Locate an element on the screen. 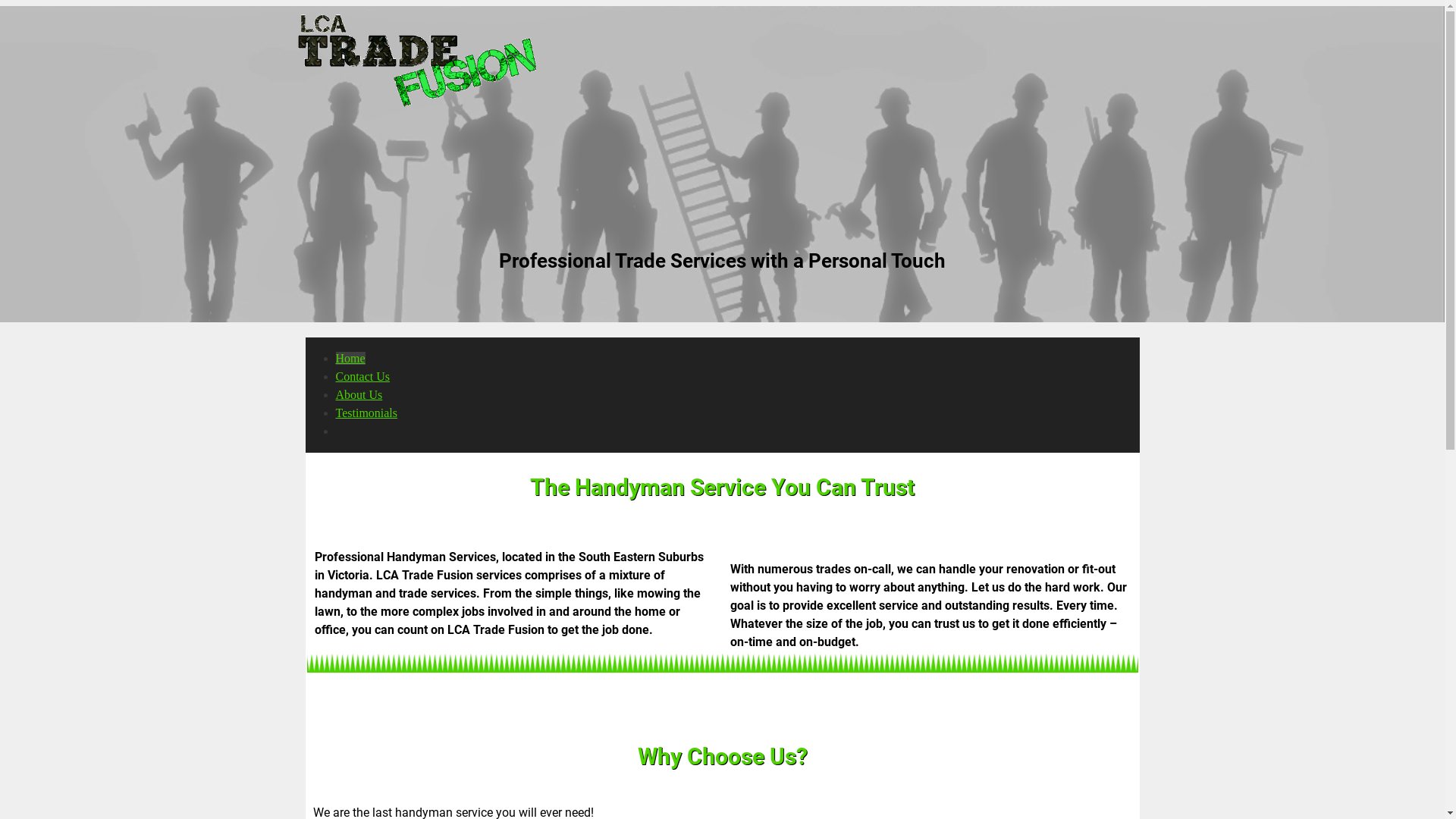  'Home' is located at coordinates (349, 358).